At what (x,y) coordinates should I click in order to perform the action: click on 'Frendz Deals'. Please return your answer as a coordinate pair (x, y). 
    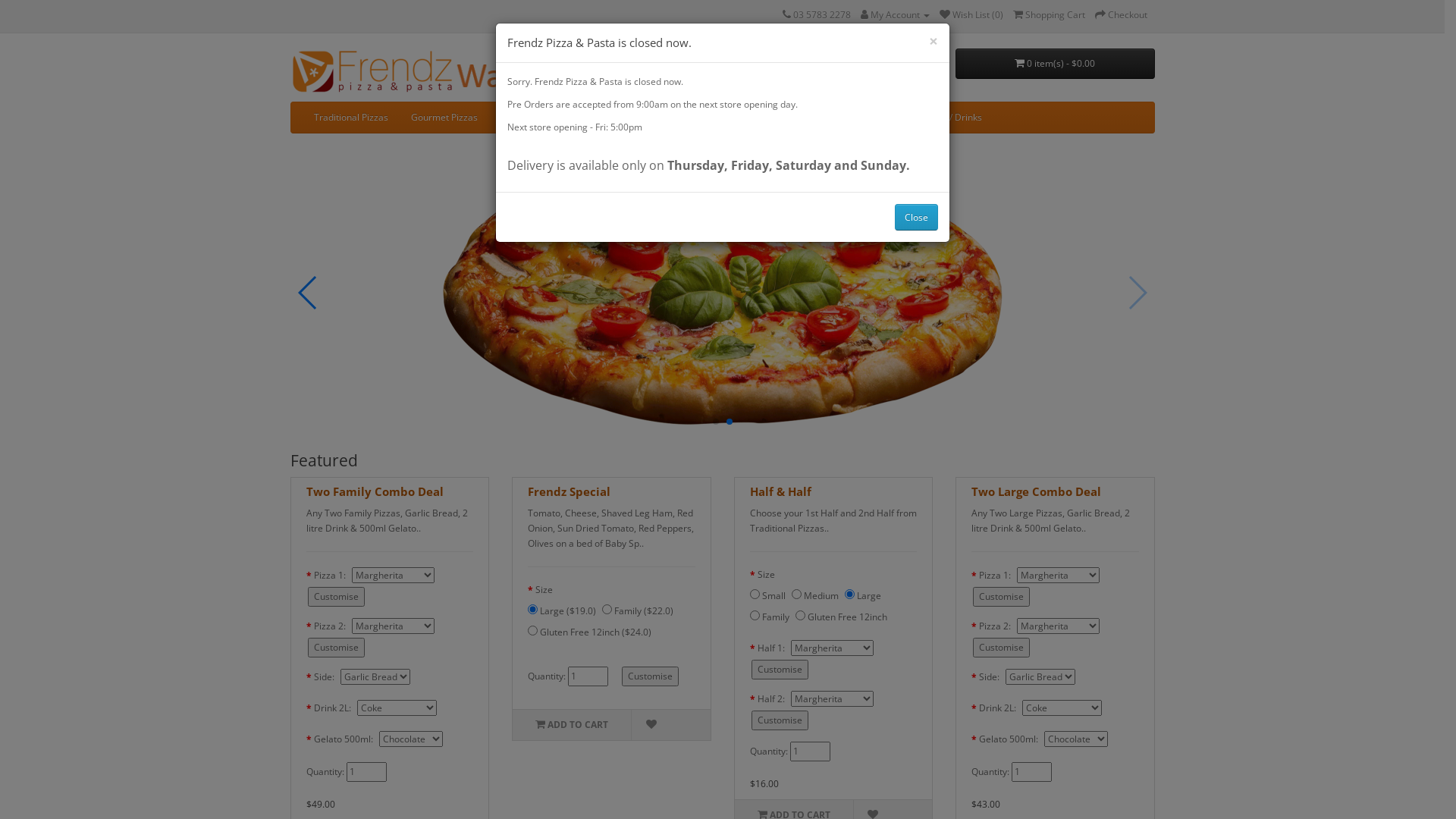
    Looking at the image, I should click on (811, 116).